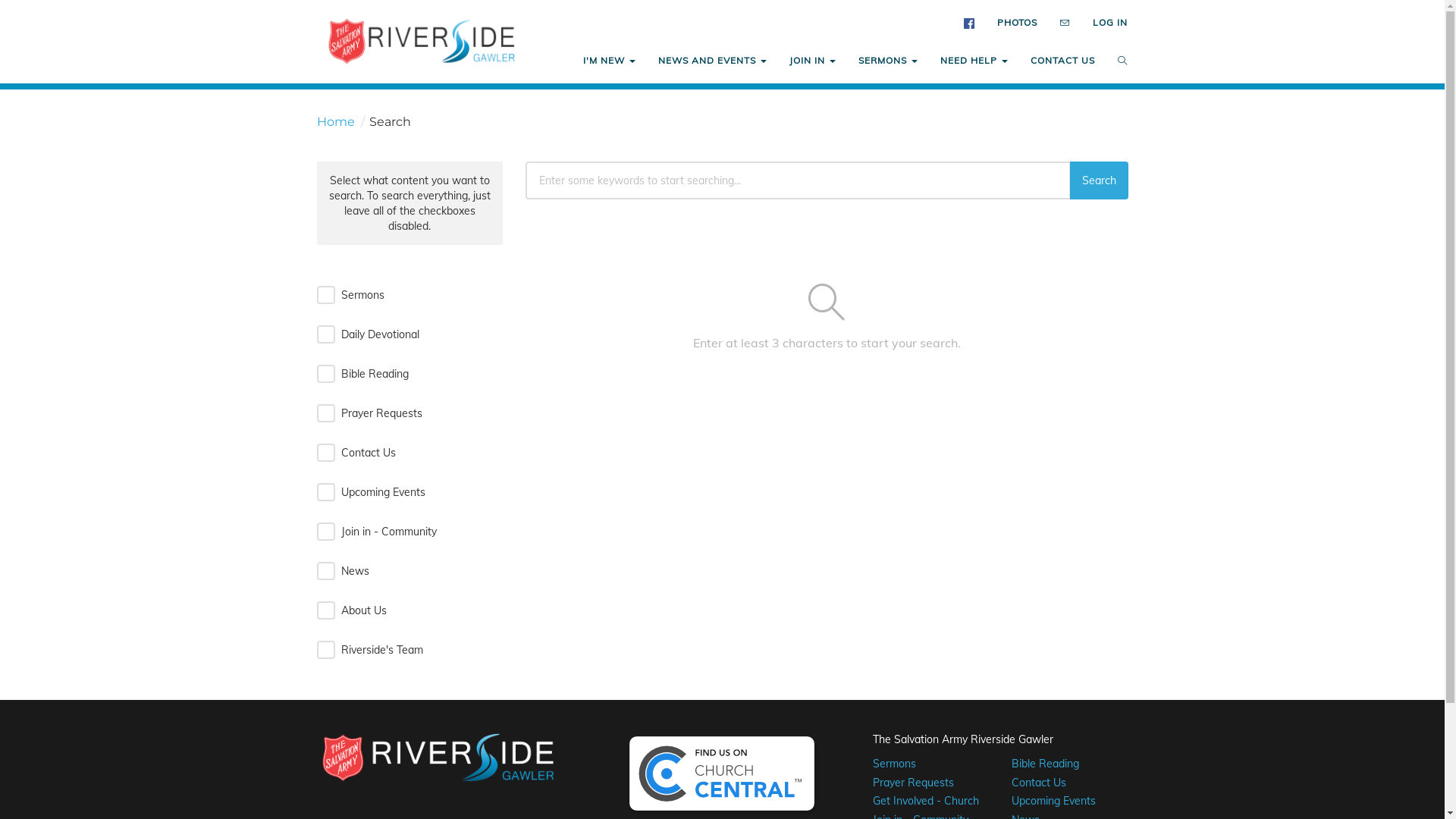 Image resolution: width=1456 pixels, height=819 pixels. Describe the element at coordinates (1037, 783) in the screenshot. I see `'Contact Us'` at that location.